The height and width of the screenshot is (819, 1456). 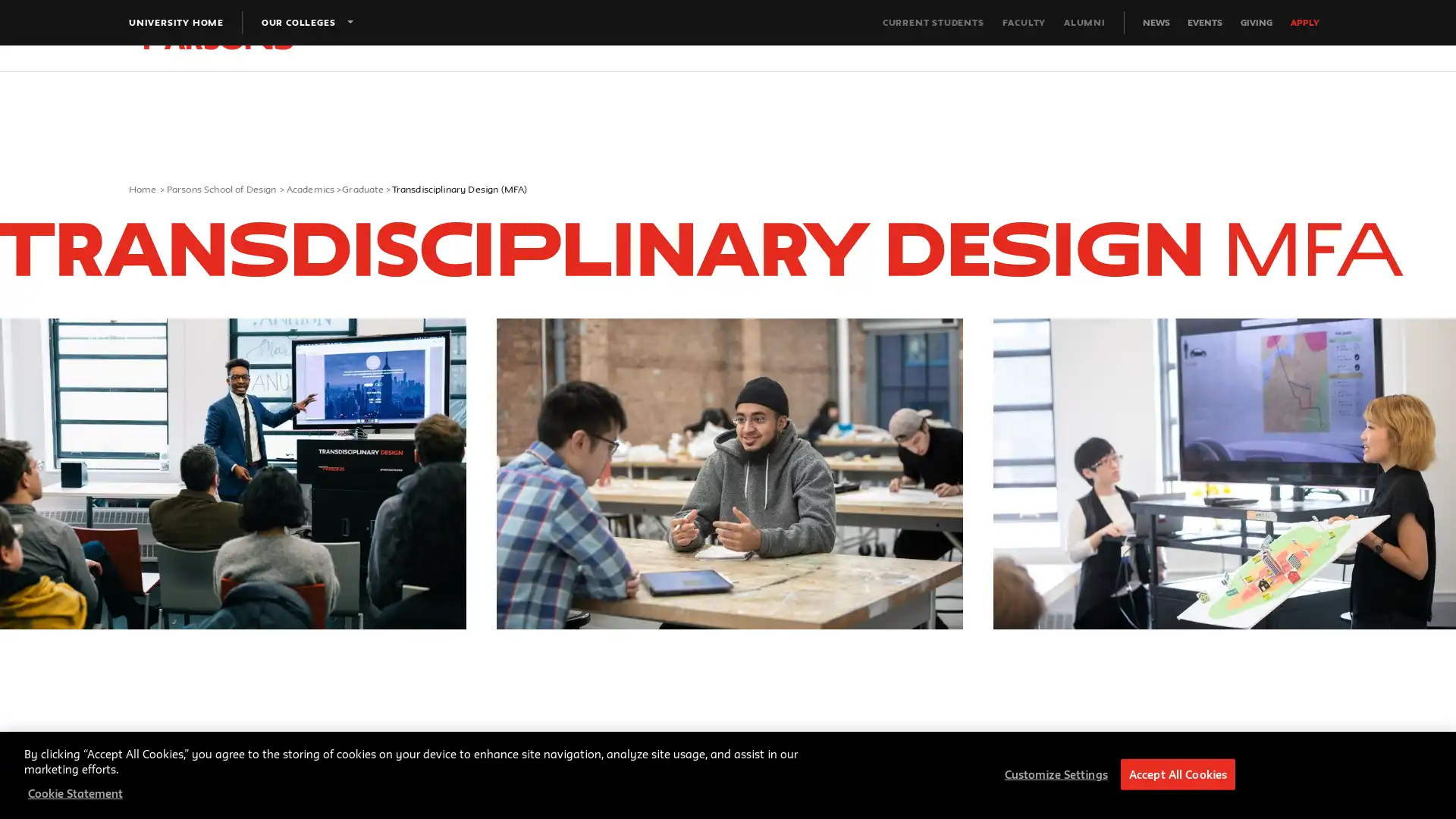 I want to click on Customize Settings, so click(x=1051, y=774).